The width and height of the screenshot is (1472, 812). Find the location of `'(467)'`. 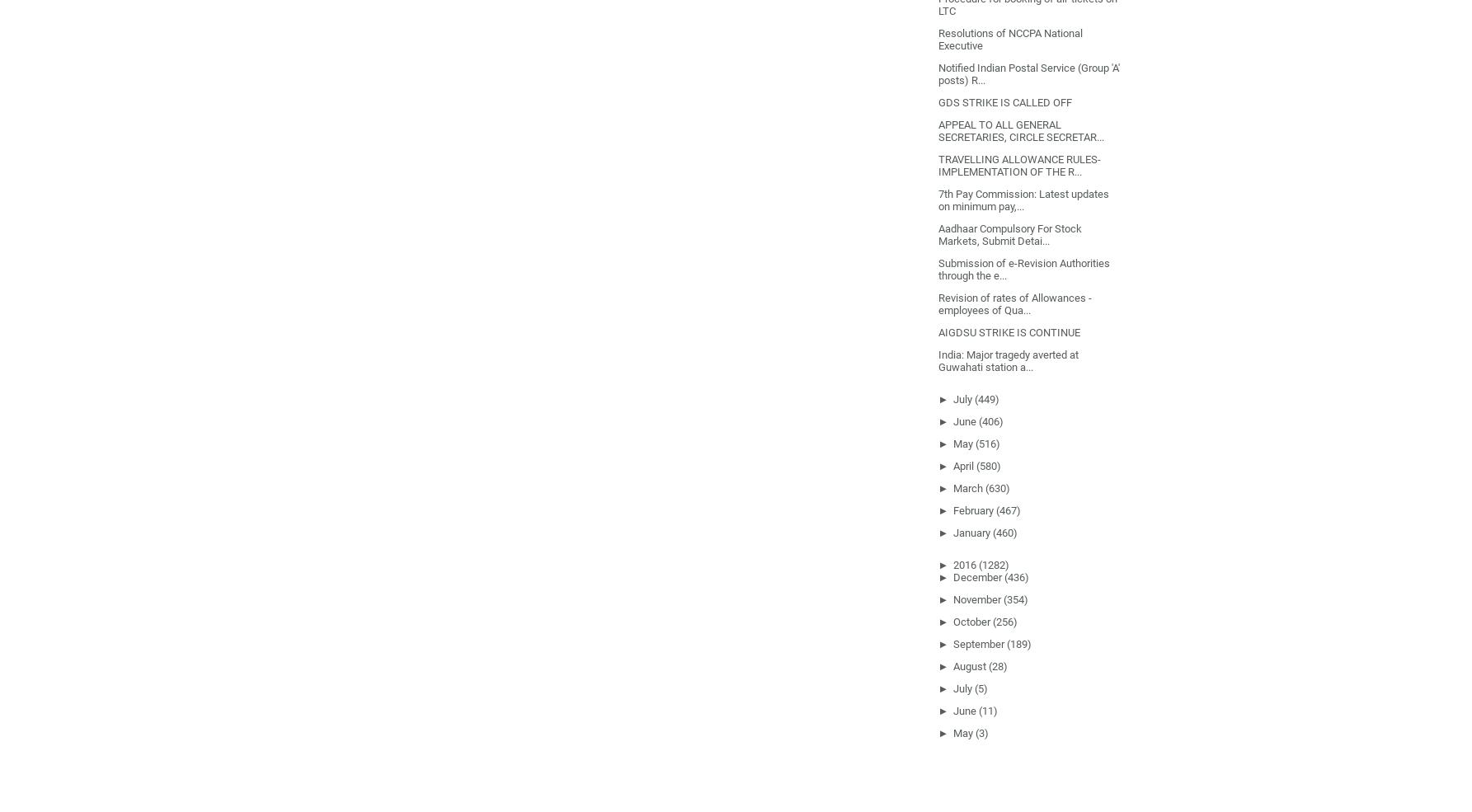

'(467)' is located at coordinates (1008, 509).